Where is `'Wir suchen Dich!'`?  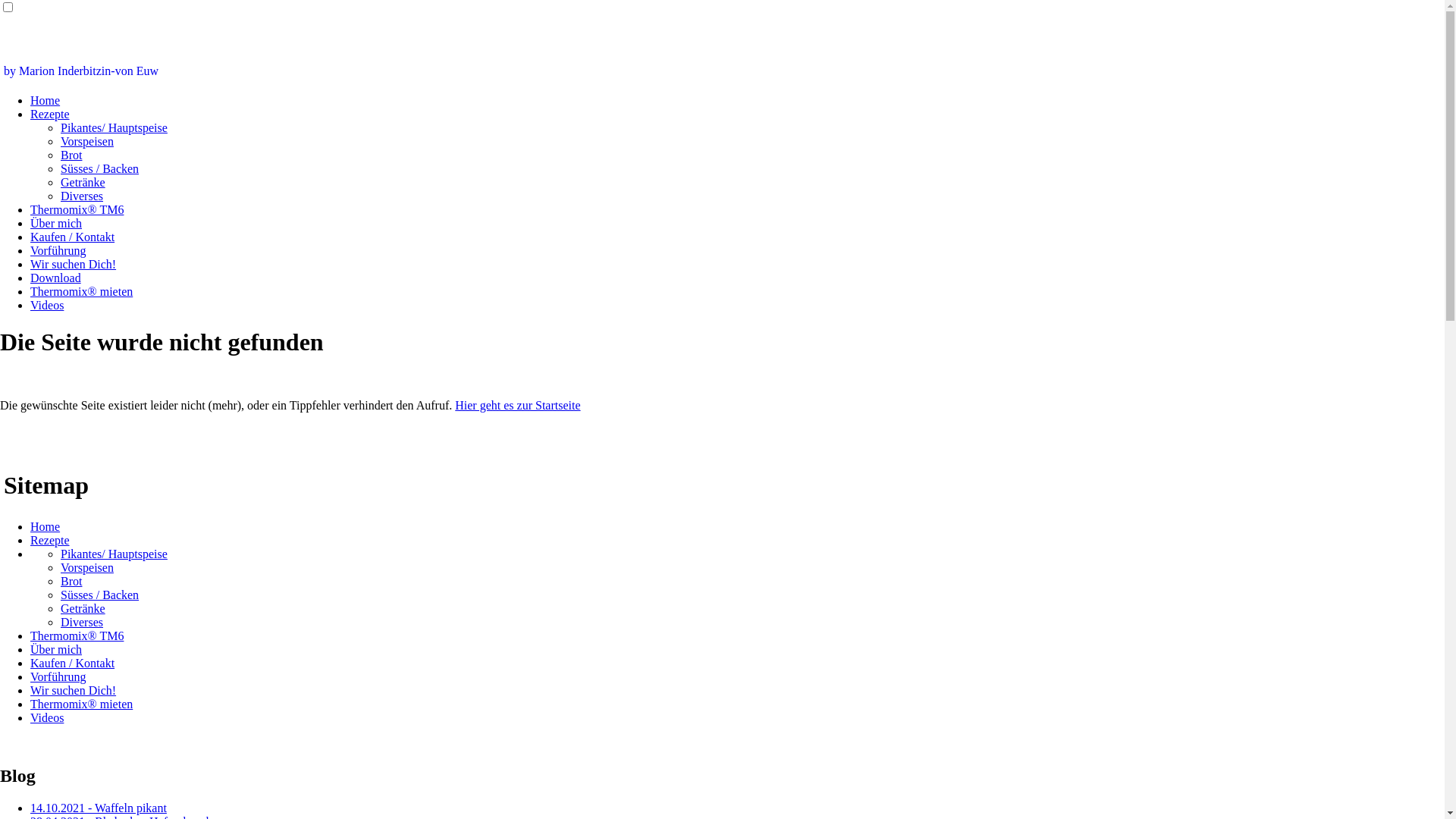 'Wir suchen Dich!' is located at coordinates (72, 690).